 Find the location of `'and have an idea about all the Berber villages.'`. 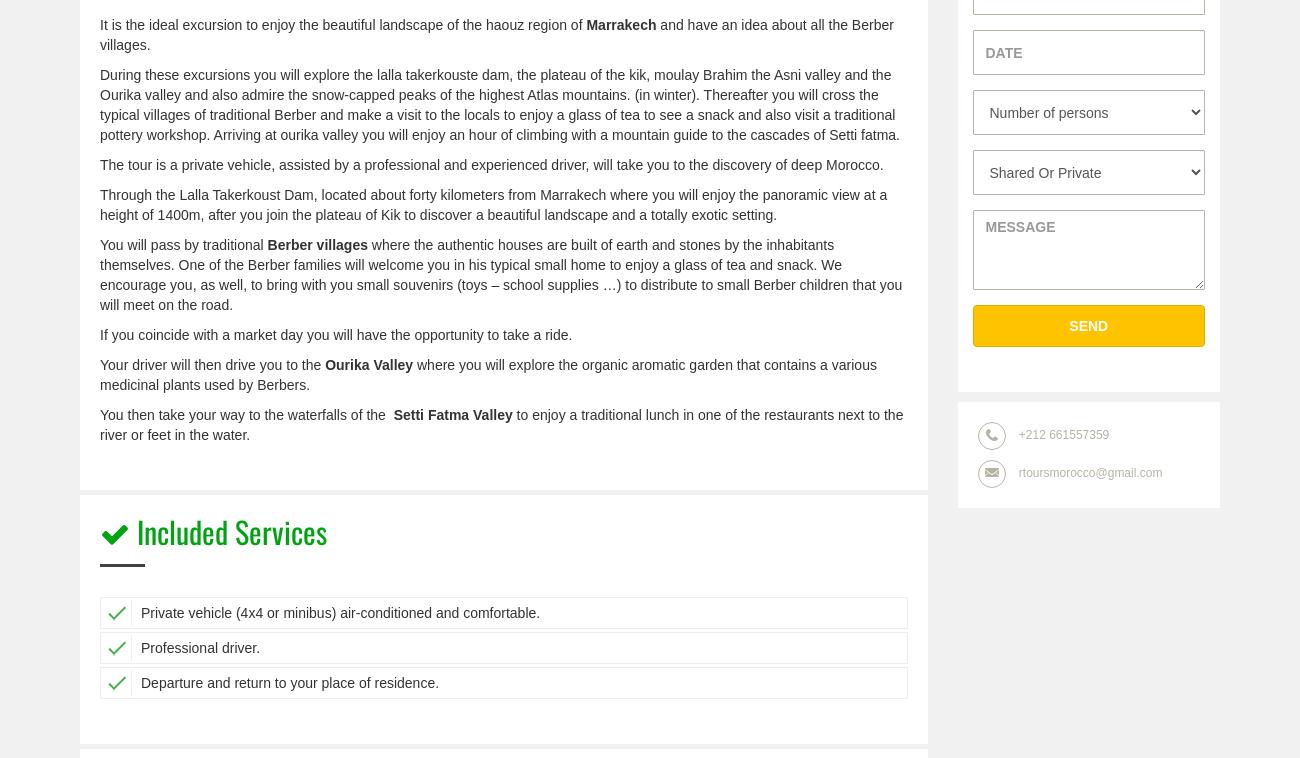

'and have an idea about all the Berber villages.' is located at coordinates (496, 33).